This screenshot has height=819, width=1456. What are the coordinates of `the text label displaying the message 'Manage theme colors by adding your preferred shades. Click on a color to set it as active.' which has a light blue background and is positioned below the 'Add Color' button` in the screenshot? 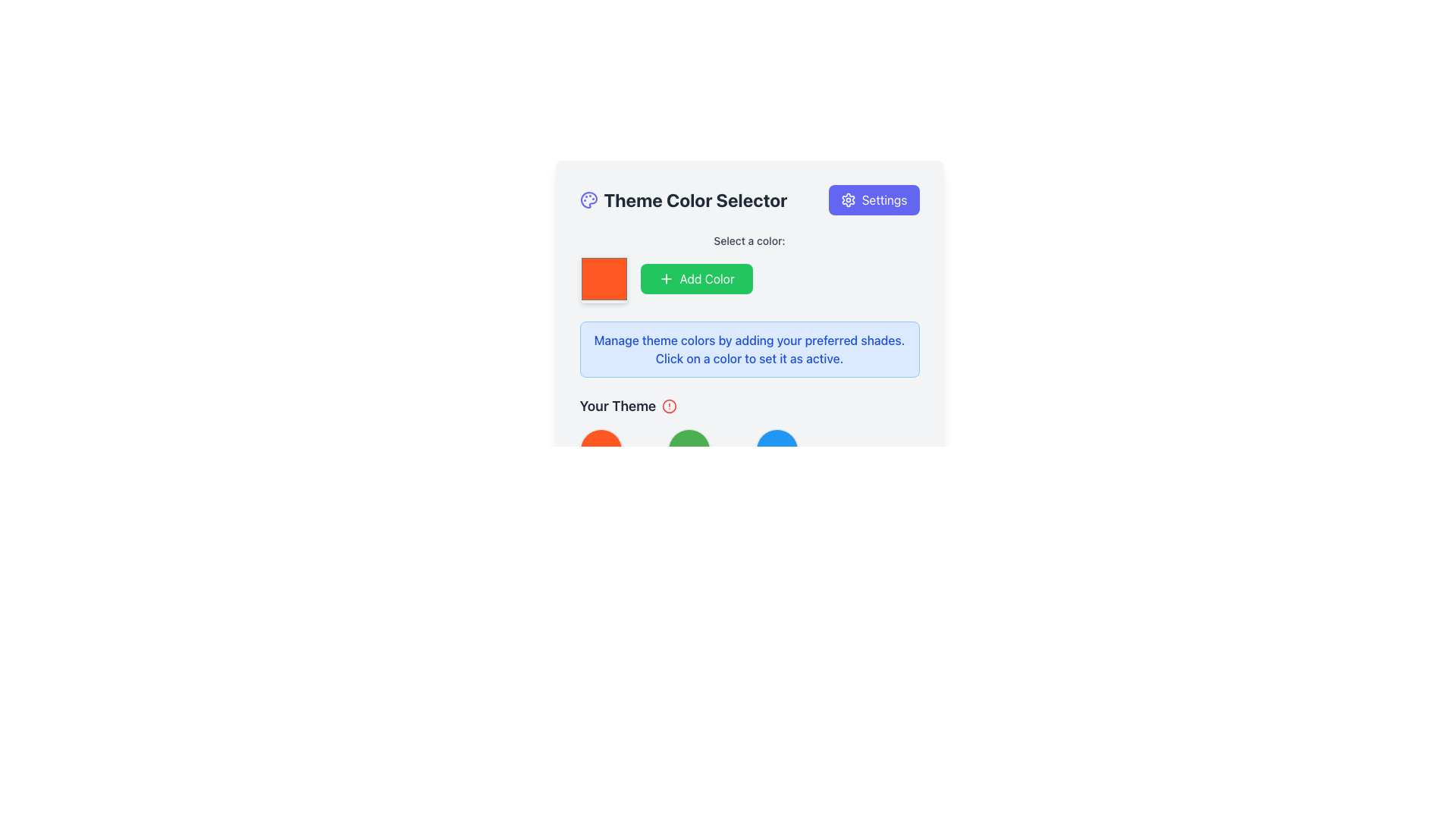 It's located at (749, 350).